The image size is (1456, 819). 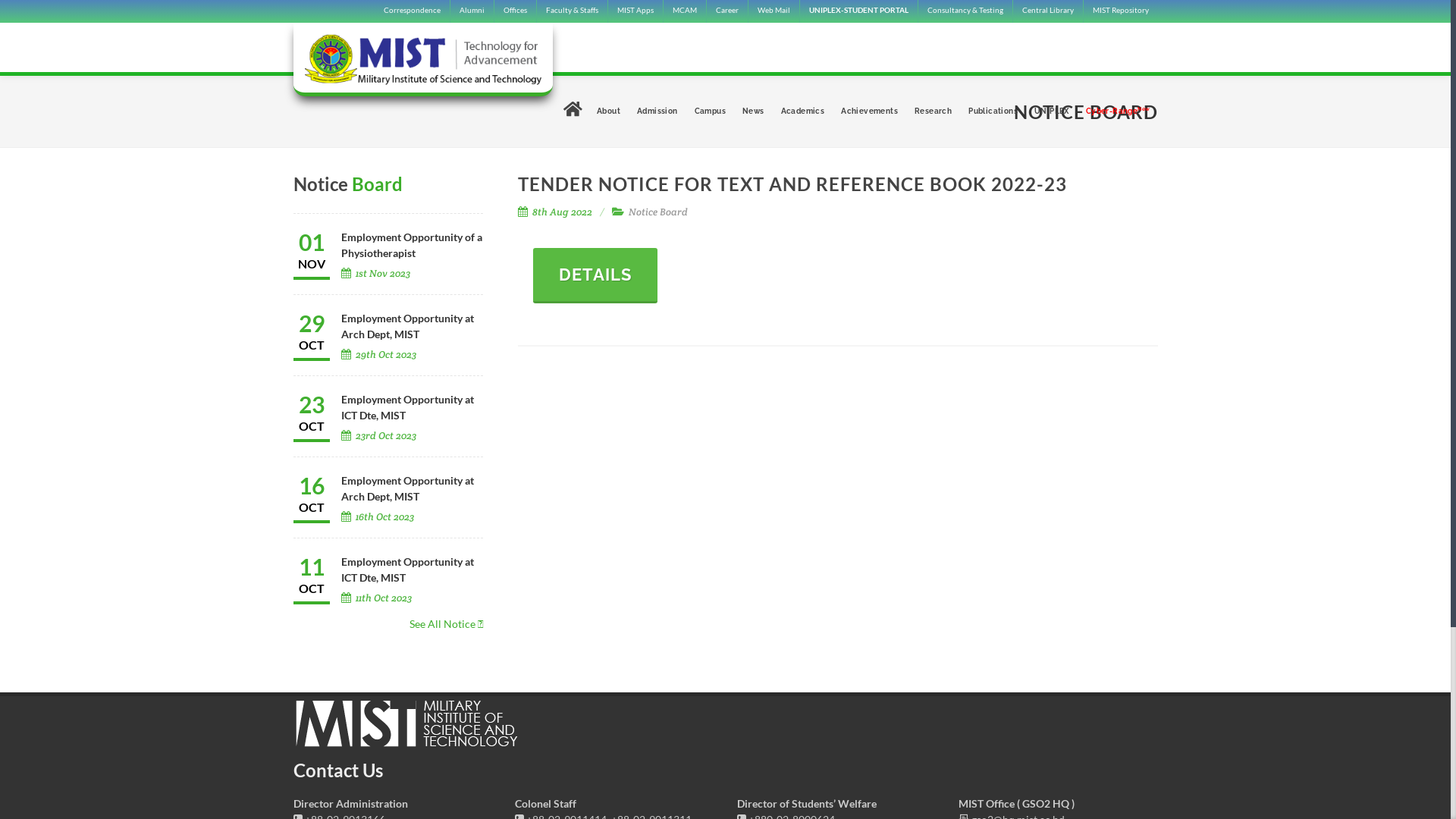 I want to click on 'Correspondence', so click(x=412, y=11).